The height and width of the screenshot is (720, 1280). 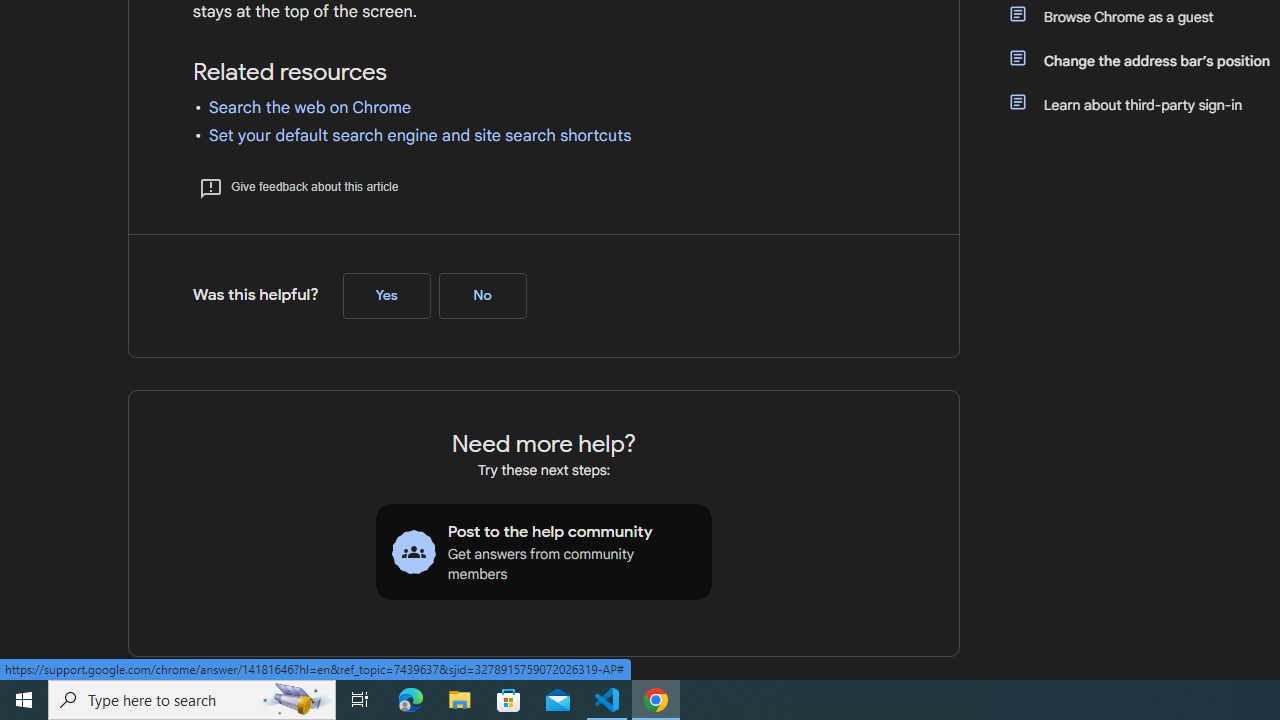 What do you see at coordinates (309, 108) in the screenshot?
I see `'Search the web on Chrome'` at bounding box center [309, 108].